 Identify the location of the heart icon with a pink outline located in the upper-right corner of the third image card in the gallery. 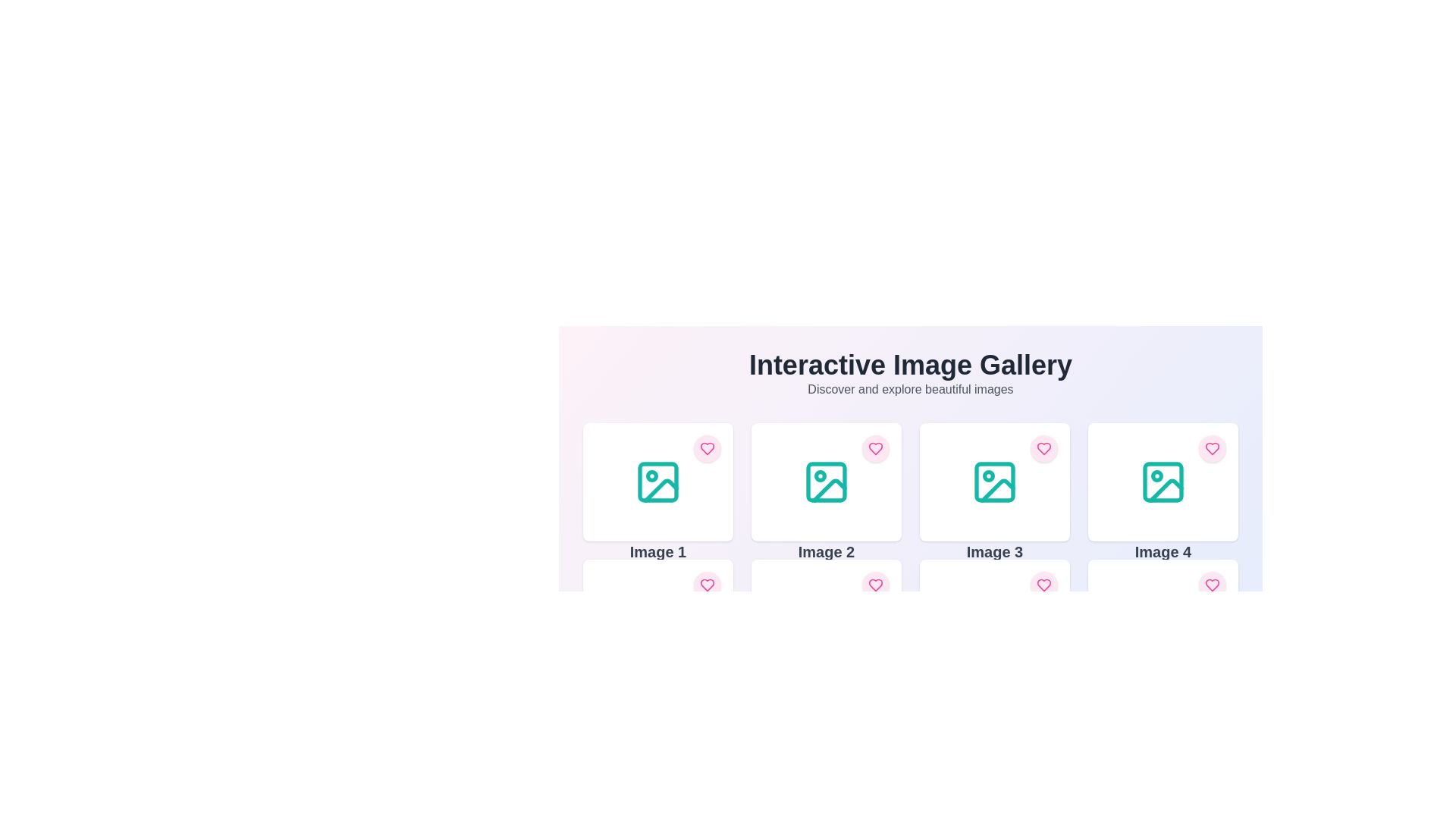
(1043, 447).